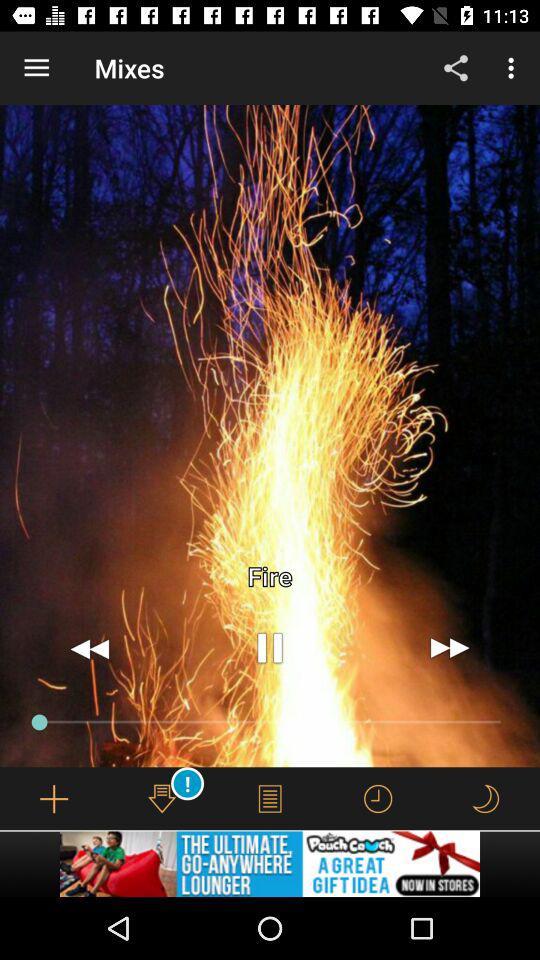 Image resolution: width=540 pixels, height=960 pixels. What do you see at coordinates (54, 798) in the screenshot?
I see `a track` at bounding box center [54, 798].